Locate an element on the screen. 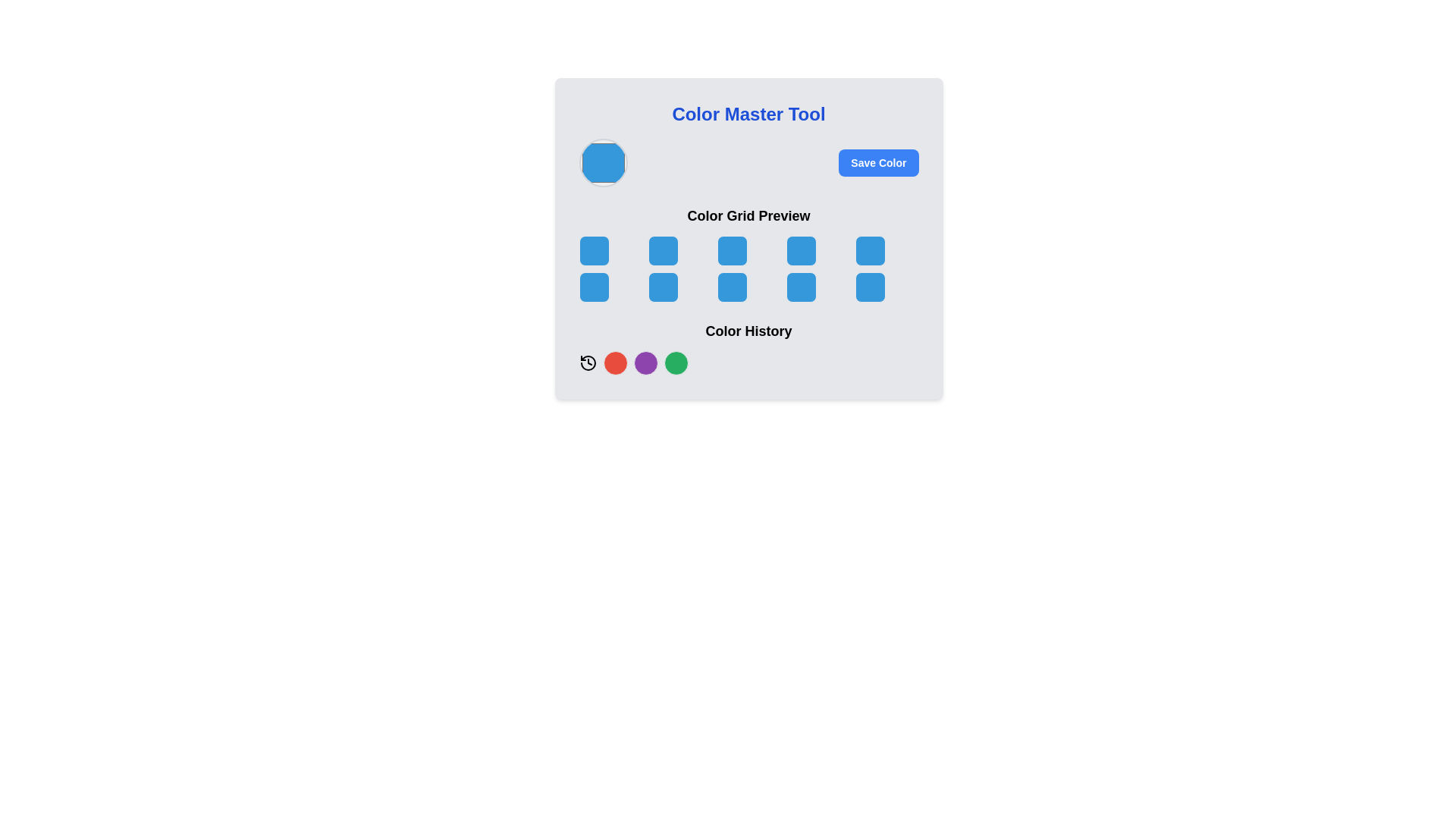  text displayed in the static section header located at the top-central position of the interface is located at coordinates (748, 113).